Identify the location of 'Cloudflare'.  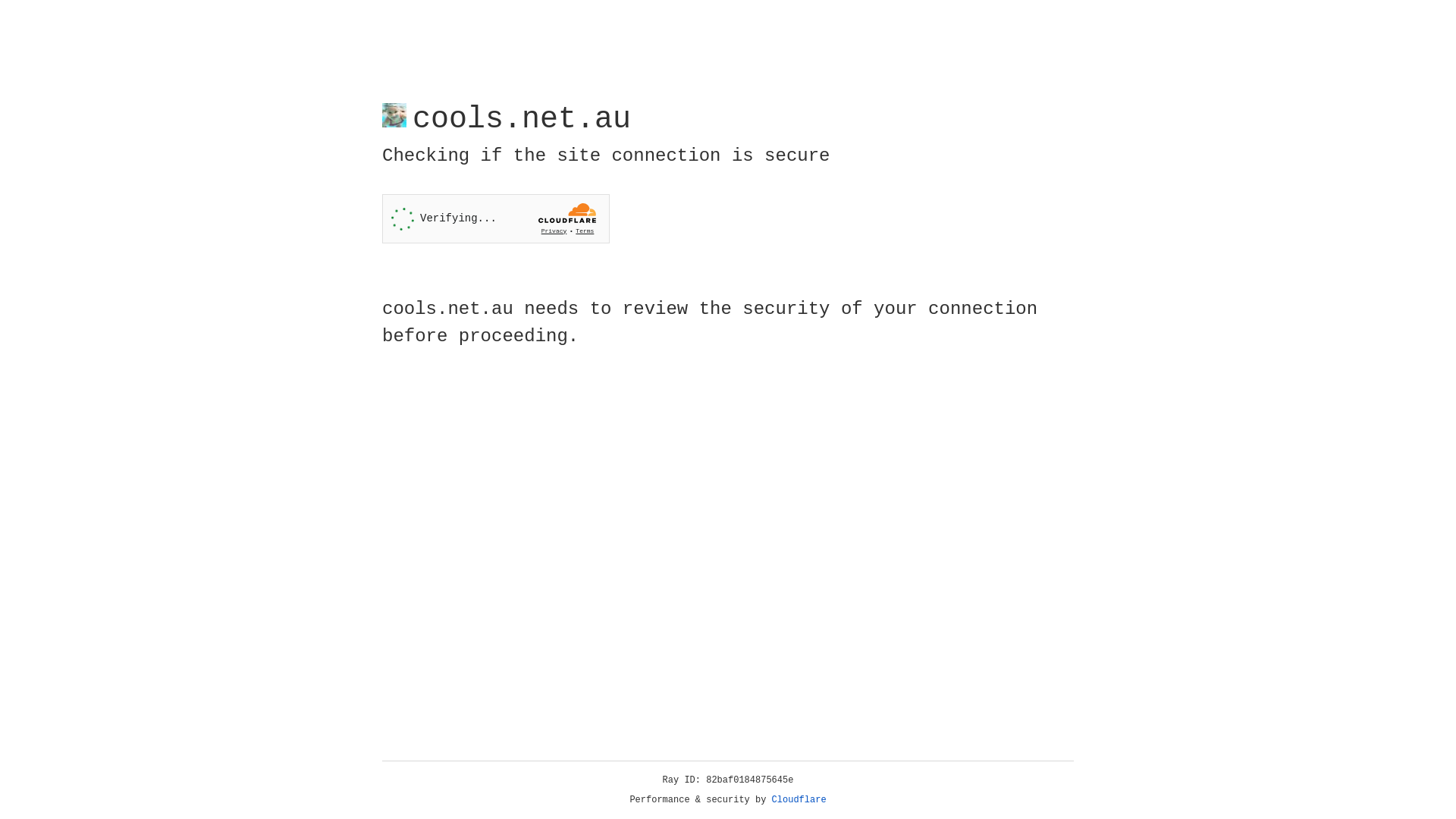
(771, 799).